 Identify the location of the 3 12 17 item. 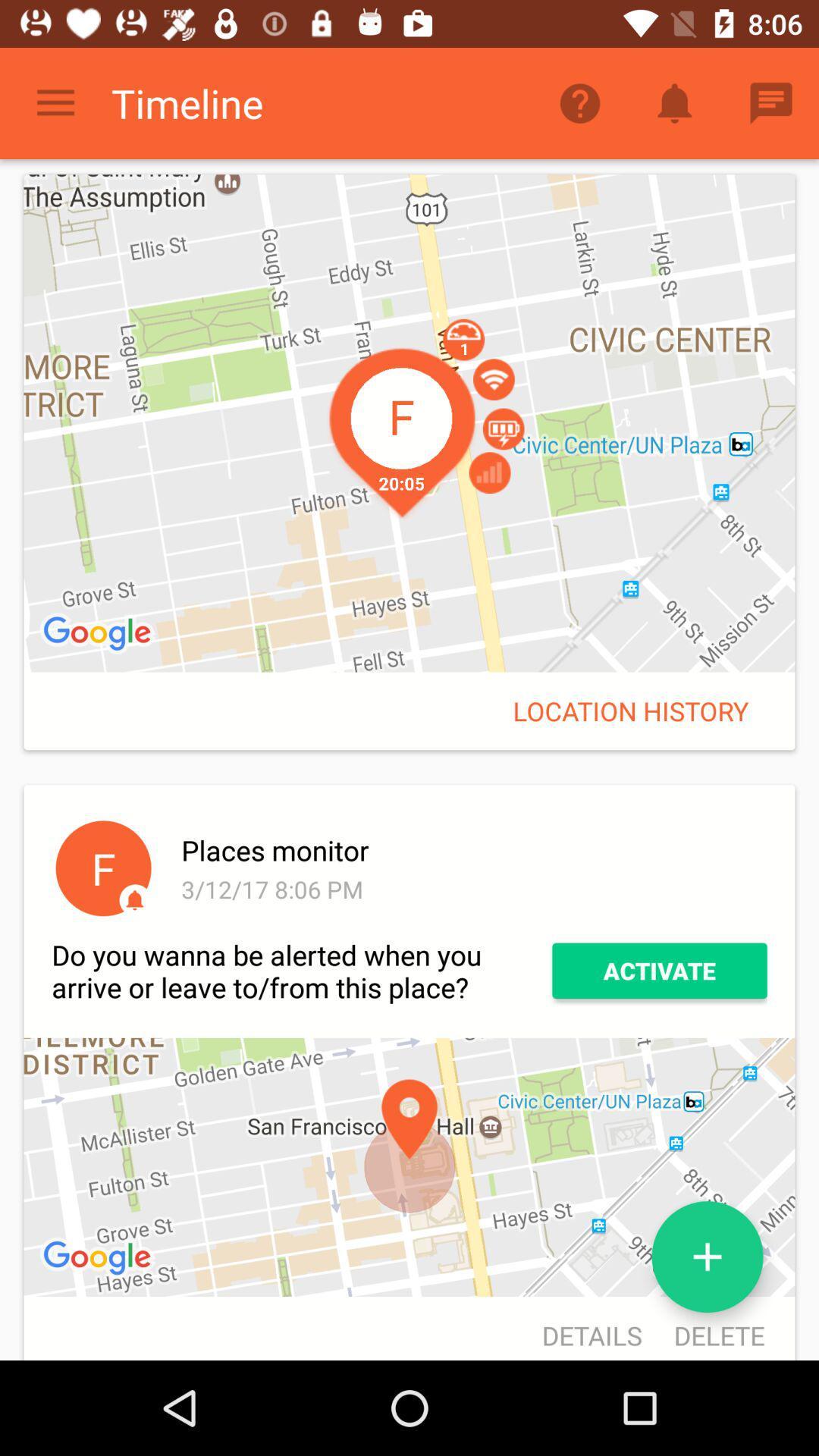
(471, 889).